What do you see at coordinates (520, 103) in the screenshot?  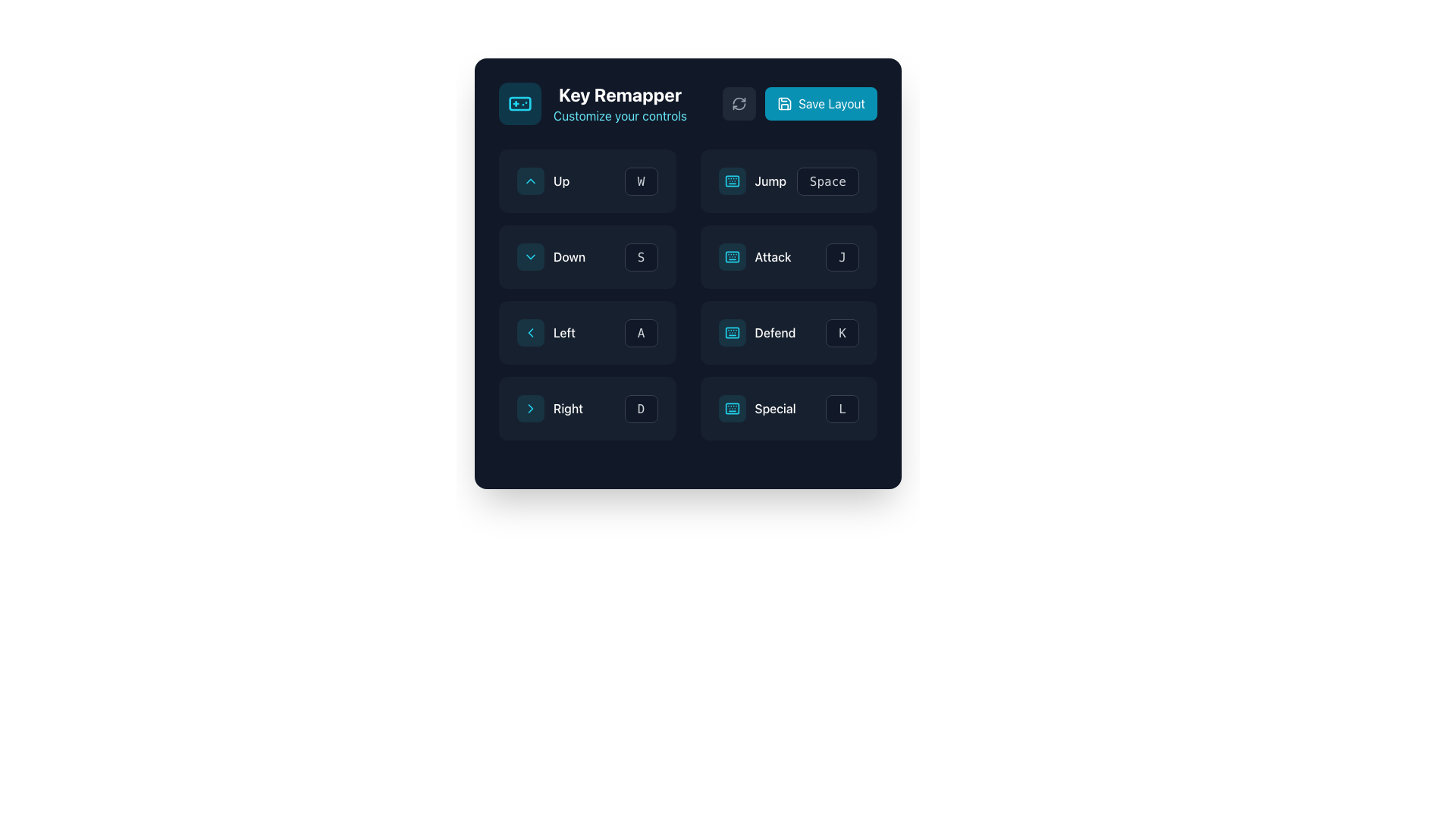 I see `the game controller icon with a cyan outline located in the top-left corner of the 'Key Remapper' card, positioned to the left of the title text` at bounding box center [520, 103].